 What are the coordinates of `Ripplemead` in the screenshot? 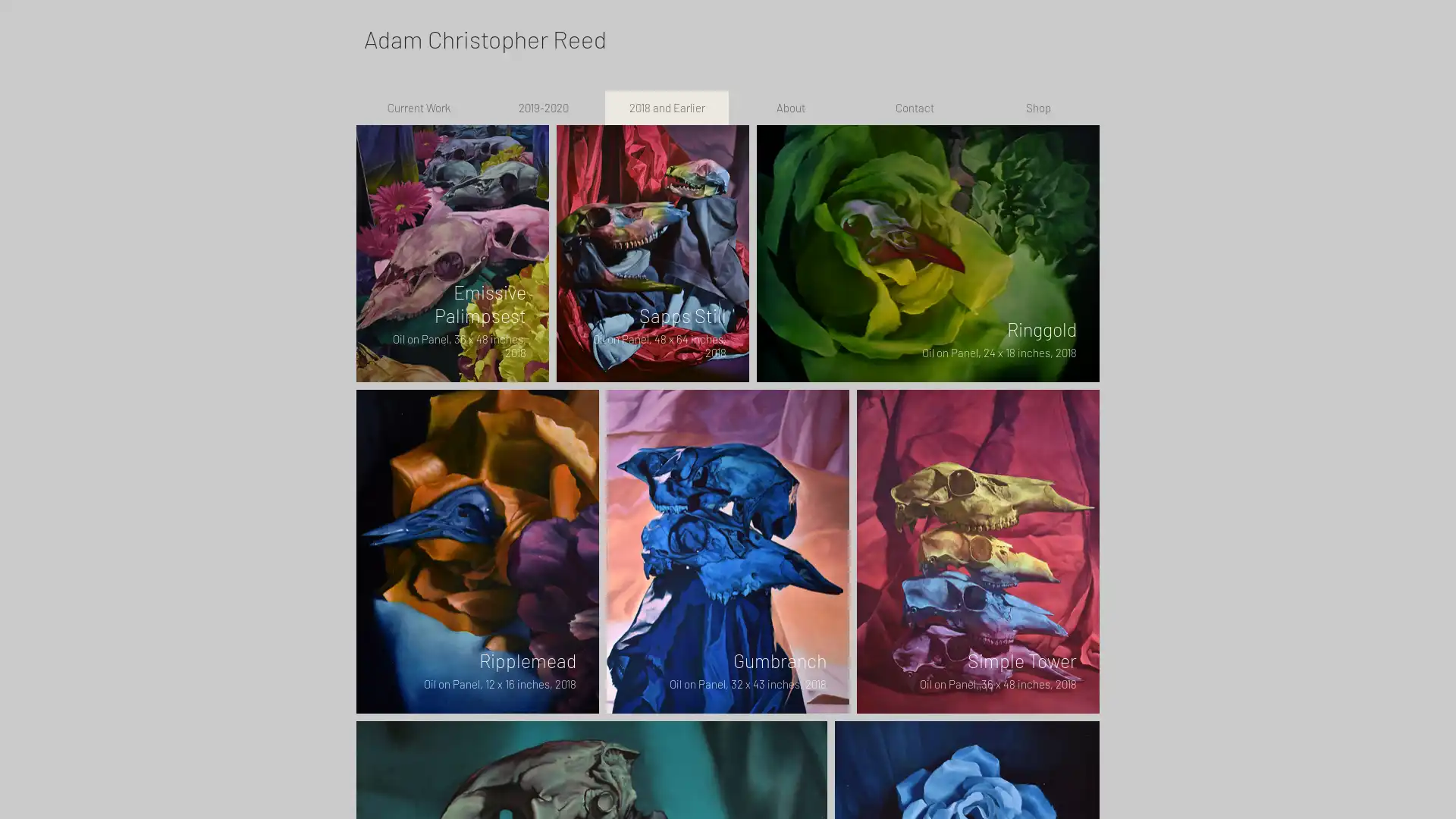 It's located at (476, 551).